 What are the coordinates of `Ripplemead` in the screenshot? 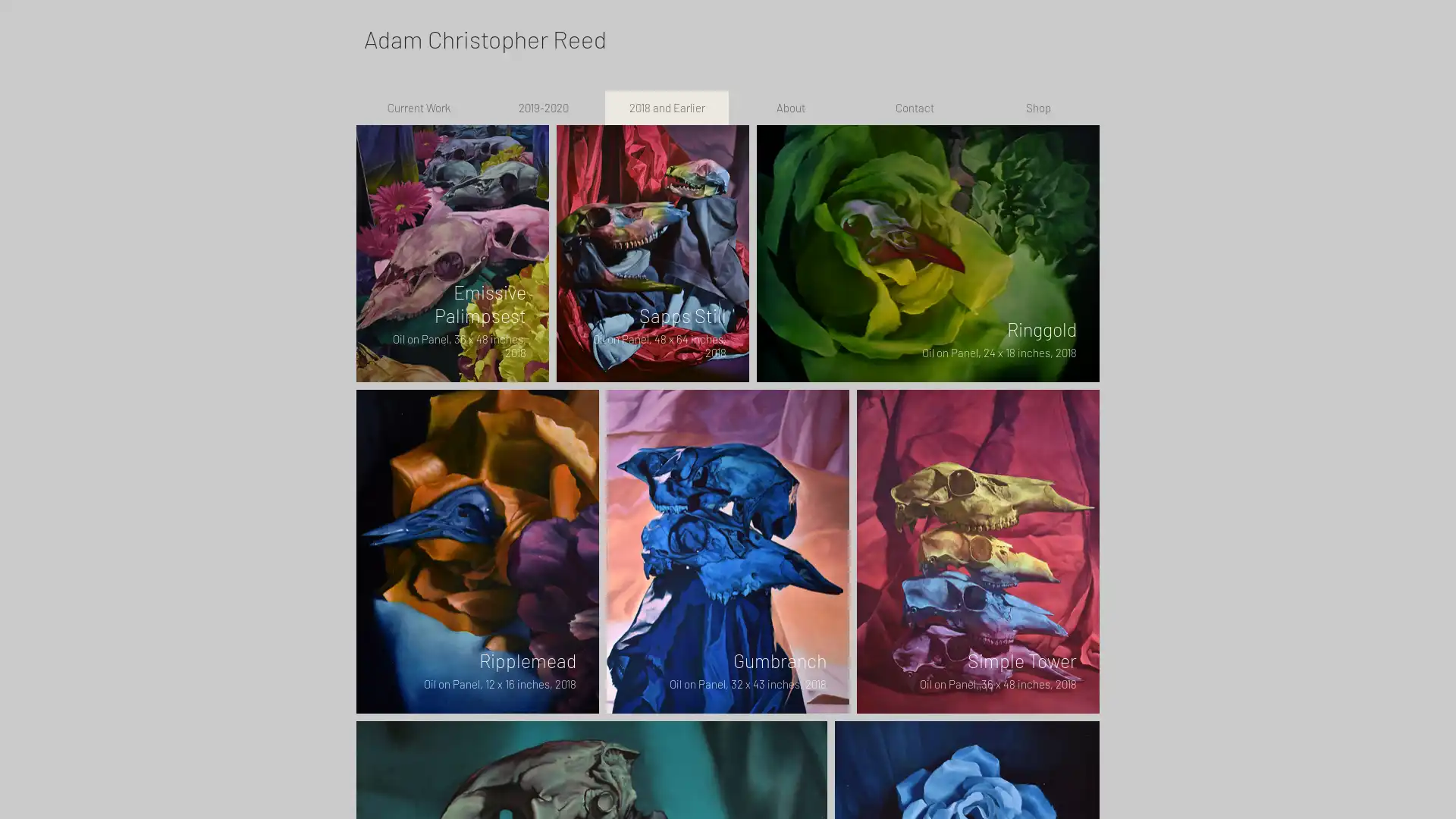 It's located at (476, 551).